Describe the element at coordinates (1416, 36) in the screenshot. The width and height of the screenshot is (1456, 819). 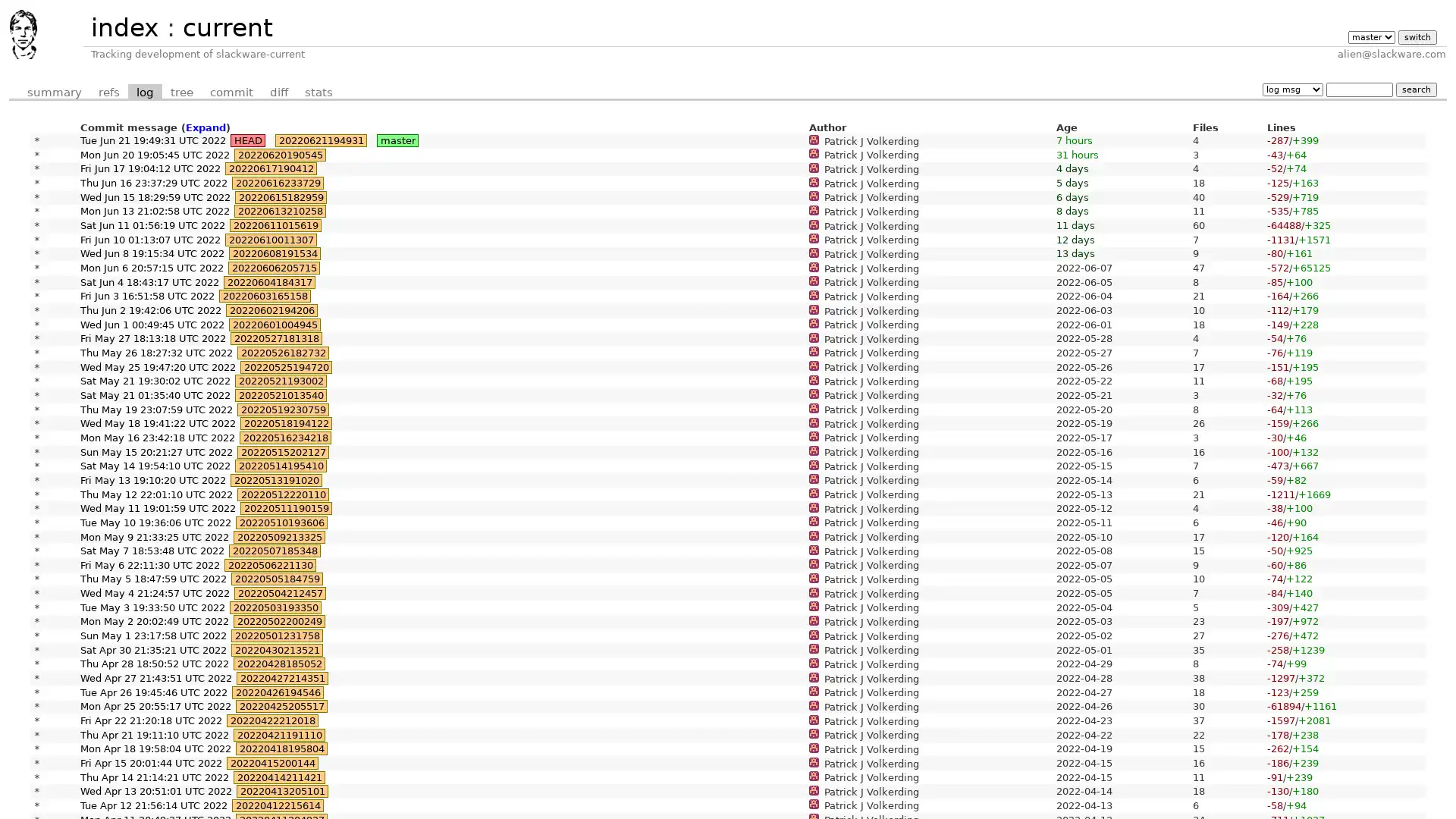
I see `switch` at that location.